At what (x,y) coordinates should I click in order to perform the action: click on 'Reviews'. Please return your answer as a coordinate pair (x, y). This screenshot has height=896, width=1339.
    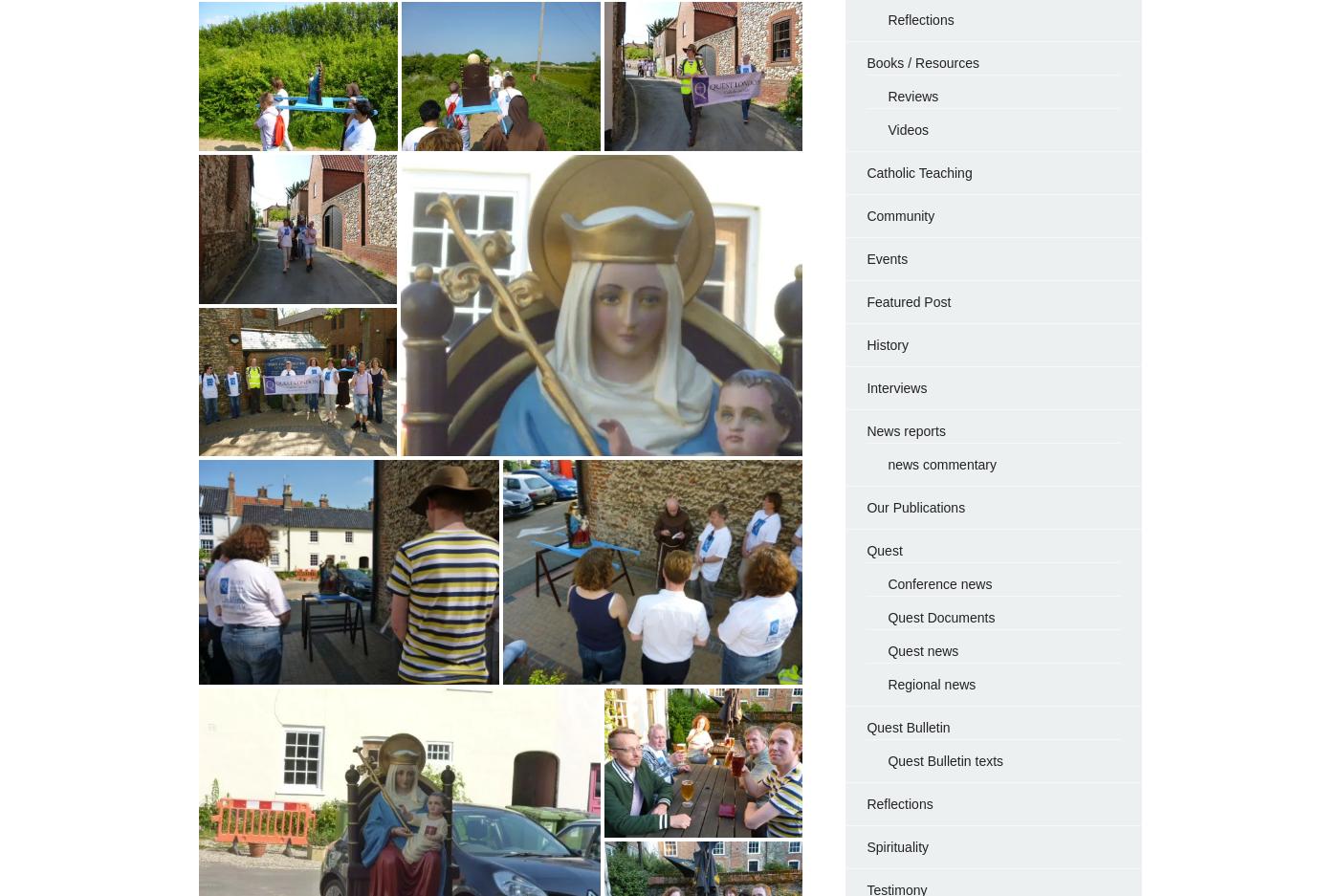
    Looking at the image, I should click on (911, 94).